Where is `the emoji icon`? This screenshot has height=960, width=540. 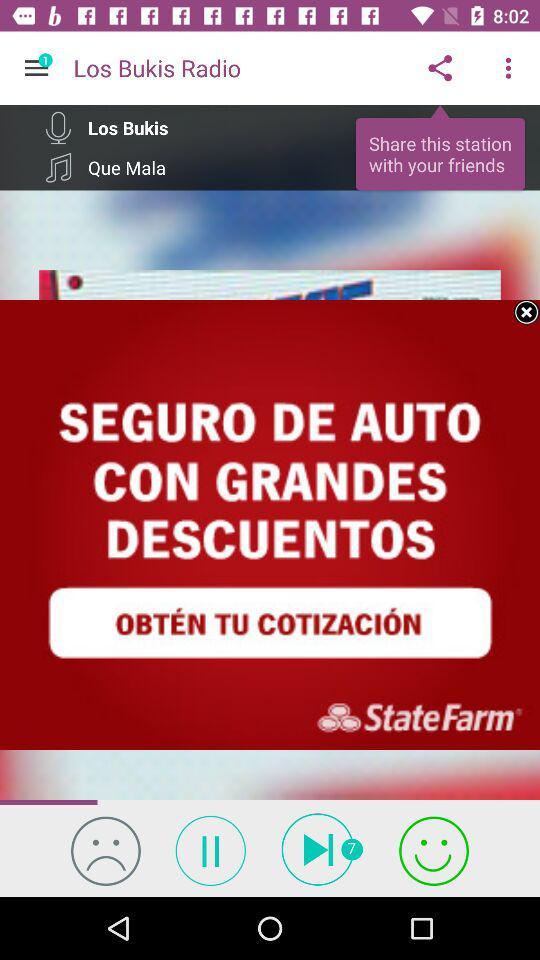
the emoji icon is located at coordinates (105, 849).